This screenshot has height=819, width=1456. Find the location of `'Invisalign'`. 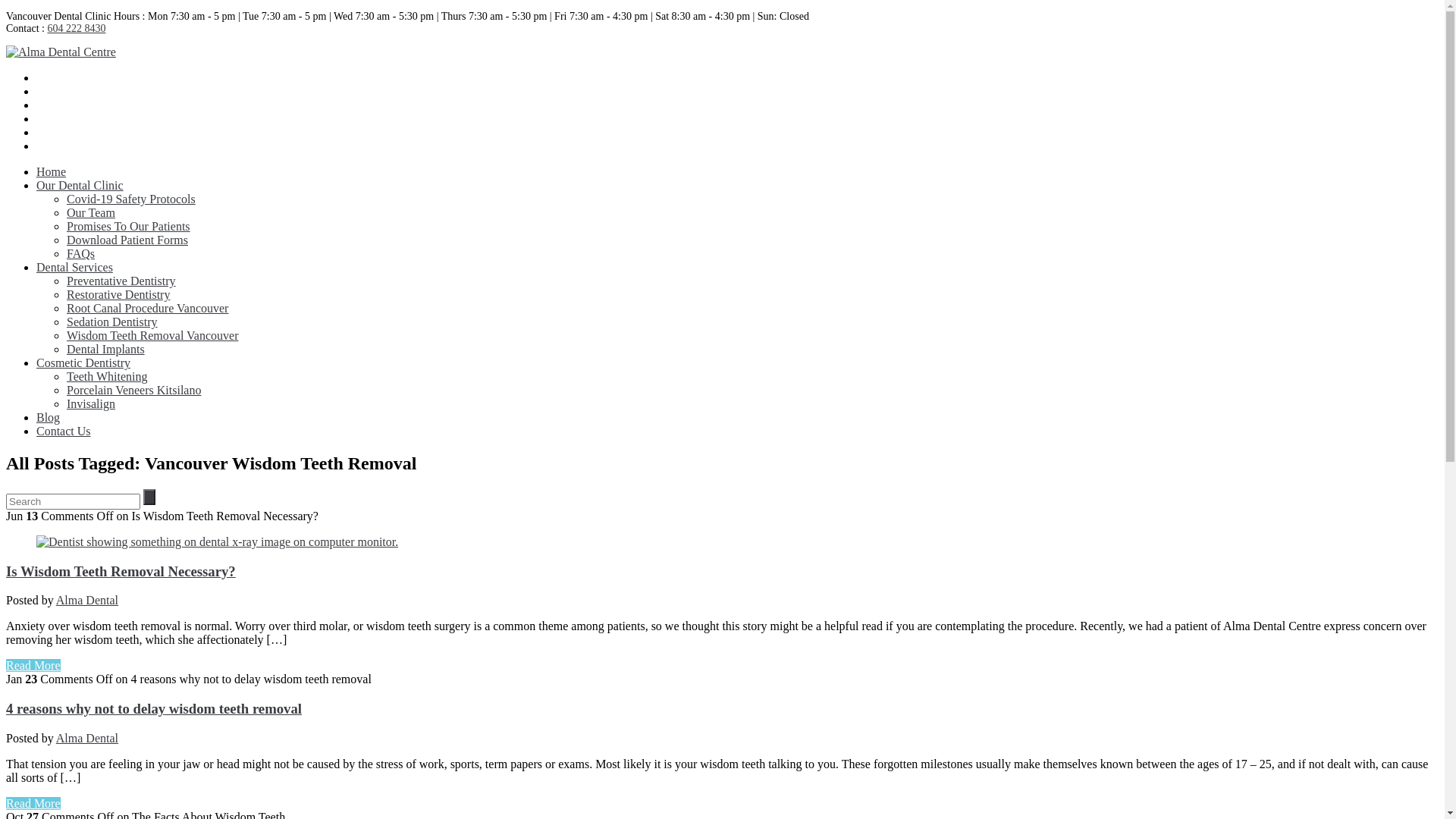

'Invisalign' is located at coordinates (65, 403).